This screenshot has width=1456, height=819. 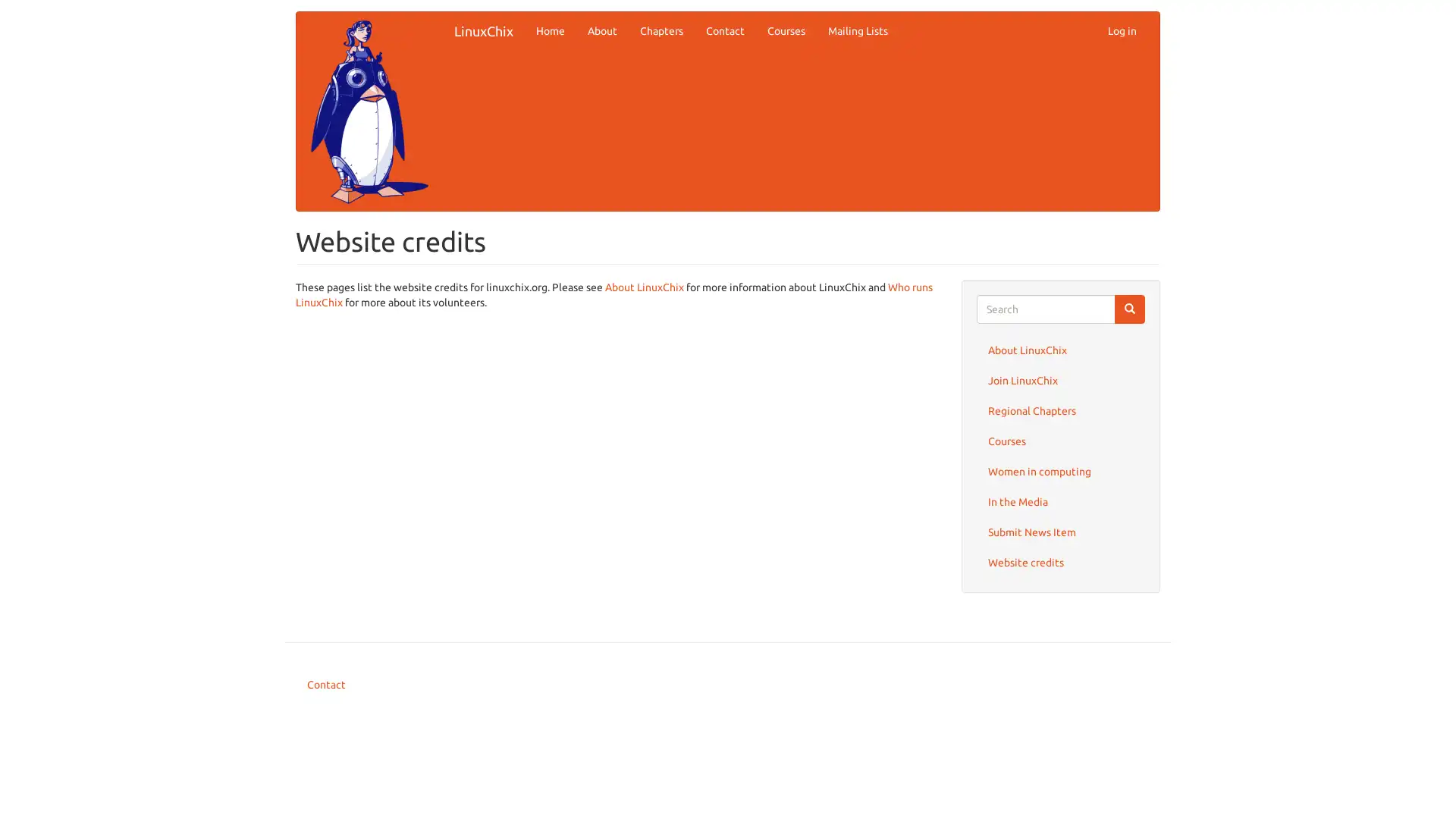 What do you see at coordinates (1129, 308) in the screenshot?
I see `Search` at bounding box center [1129, 308].